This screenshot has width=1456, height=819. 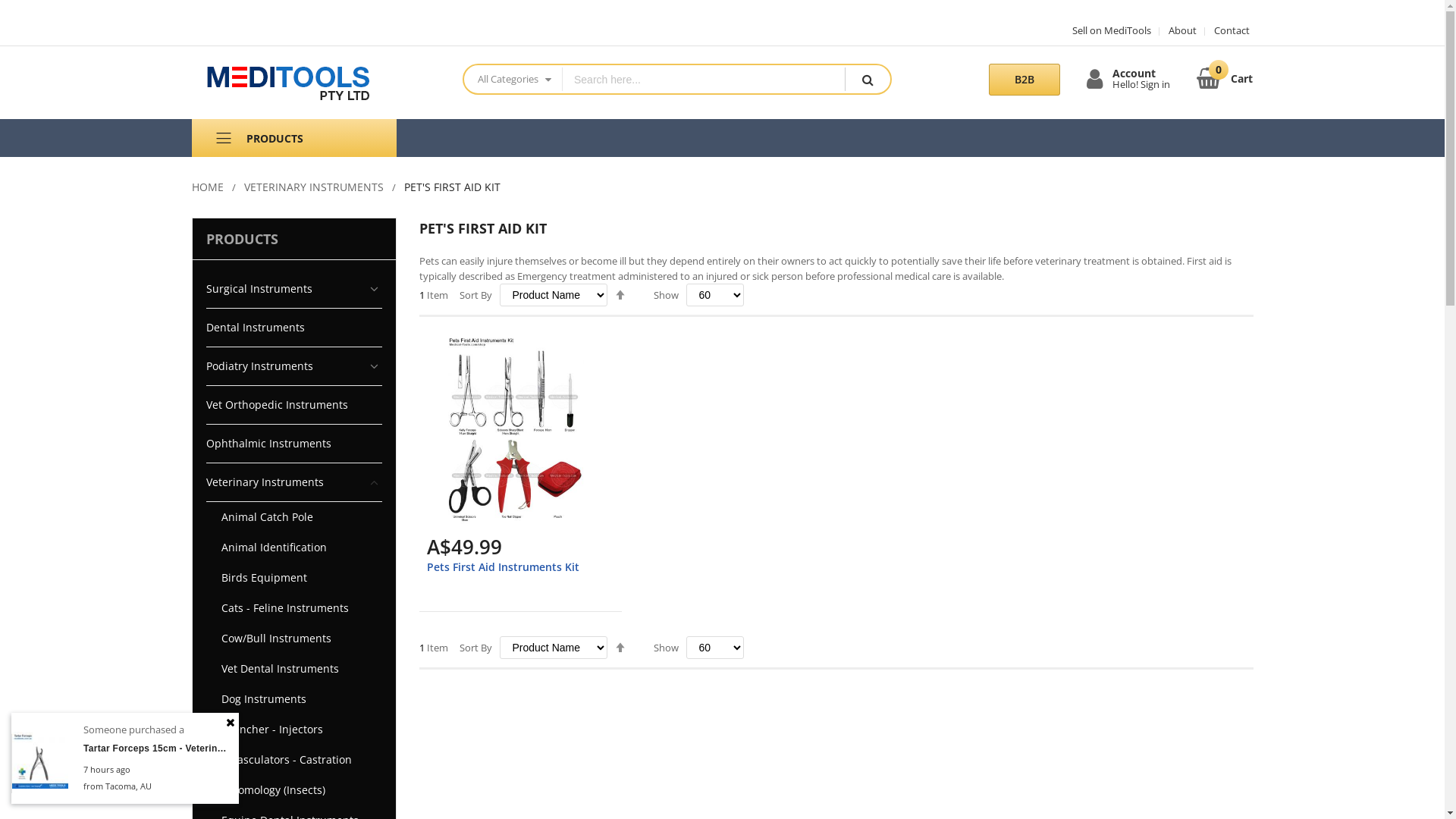 What do you see at coordinates (1226, 30) in the screenshot?
I see `'Contact'` at bounding box center [1226, 30].